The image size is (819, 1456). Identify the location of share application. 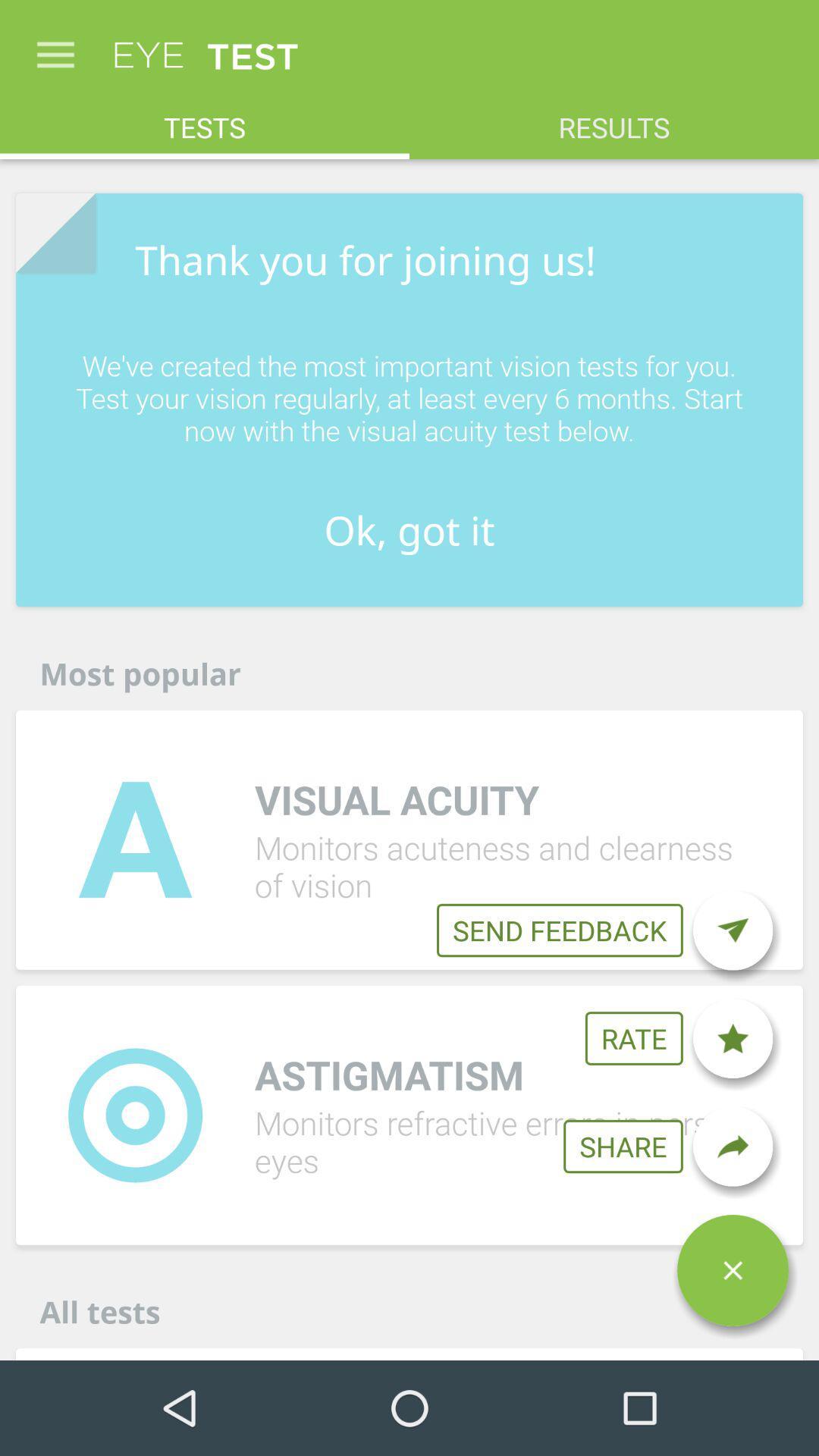
(732, 1147).